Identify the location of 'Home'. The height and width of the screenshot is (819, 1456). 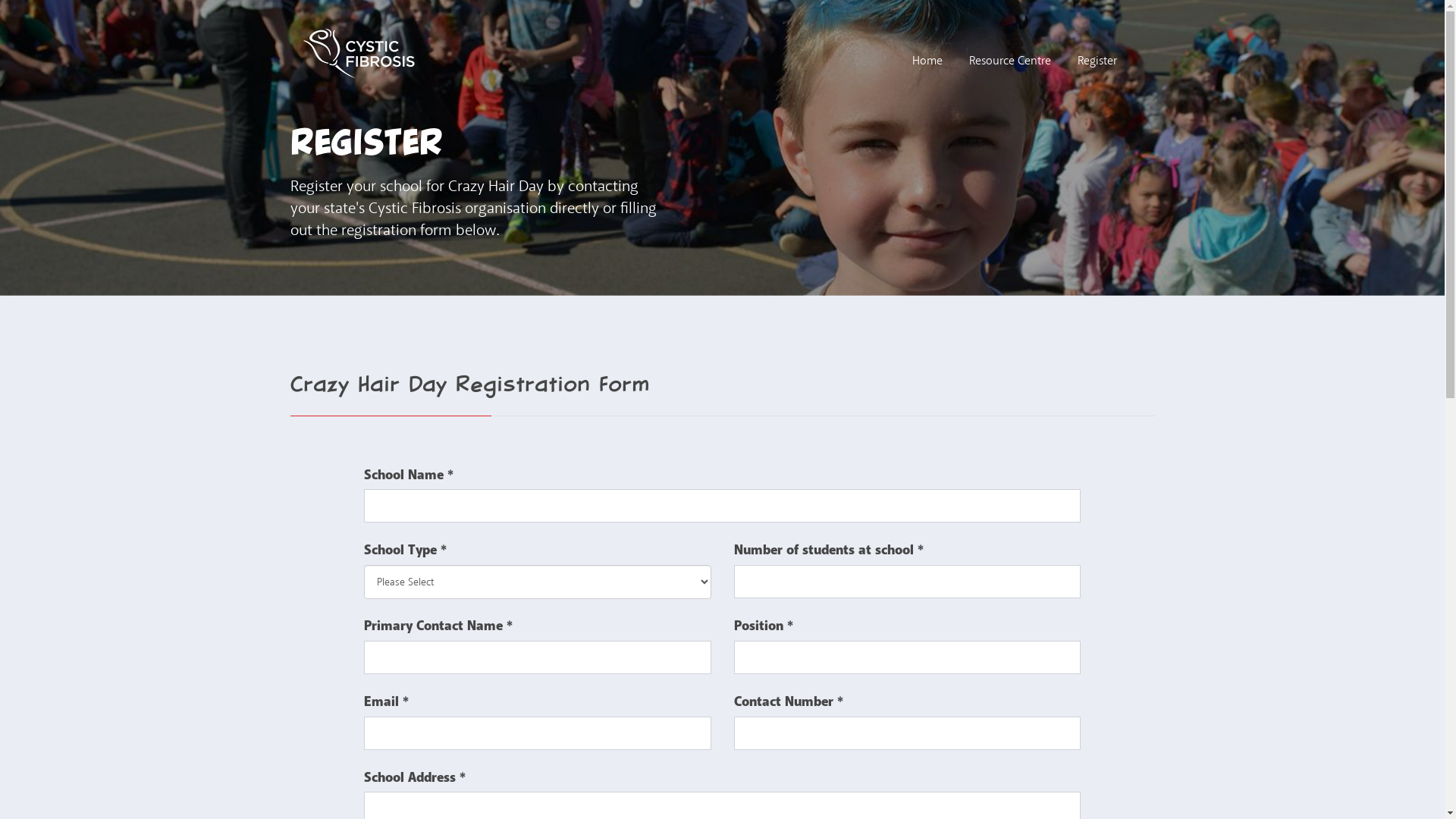
(926, 61).